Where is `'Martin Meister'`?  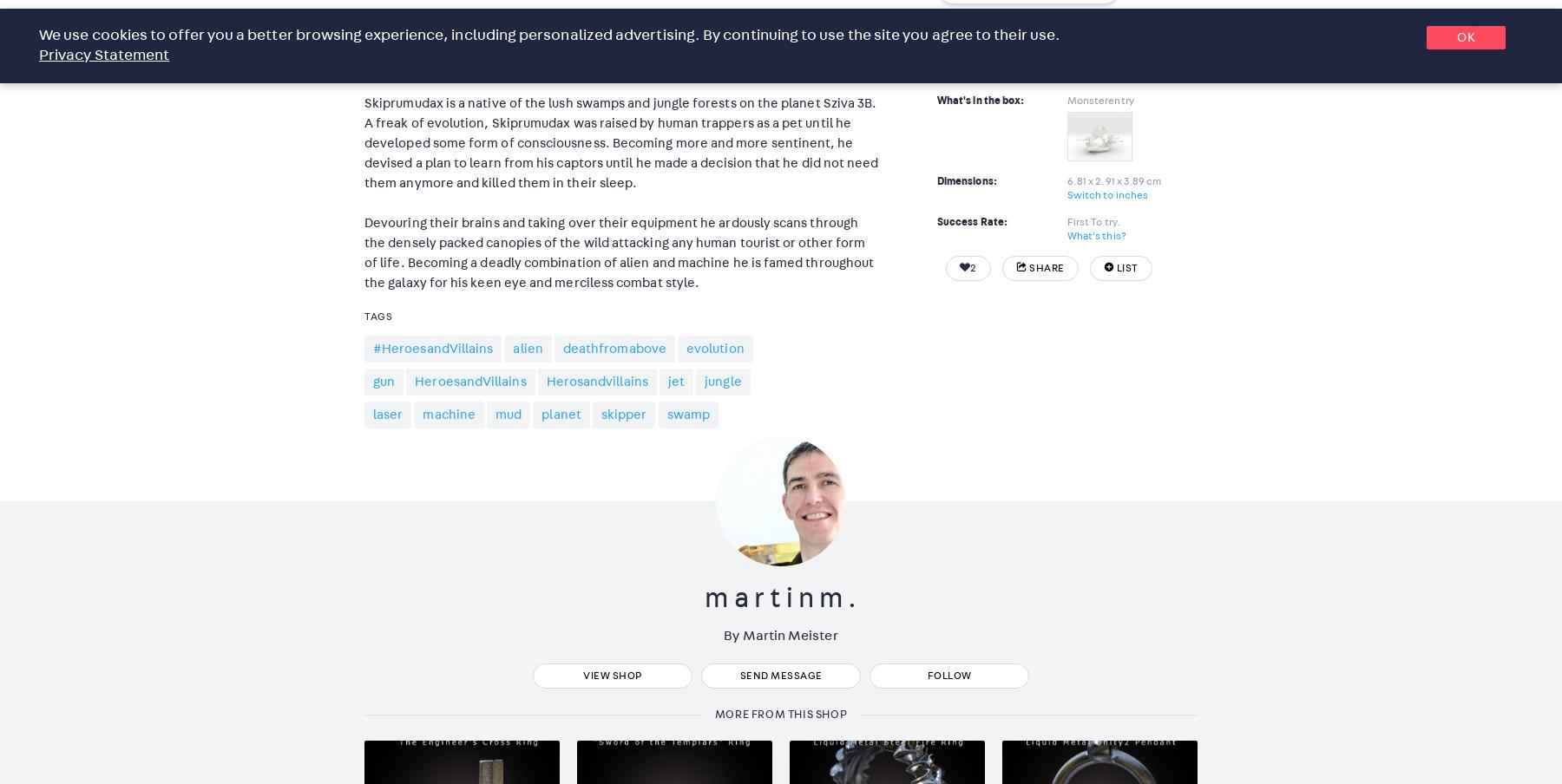 'Martin Meister' is located at coordinates (789, 633).